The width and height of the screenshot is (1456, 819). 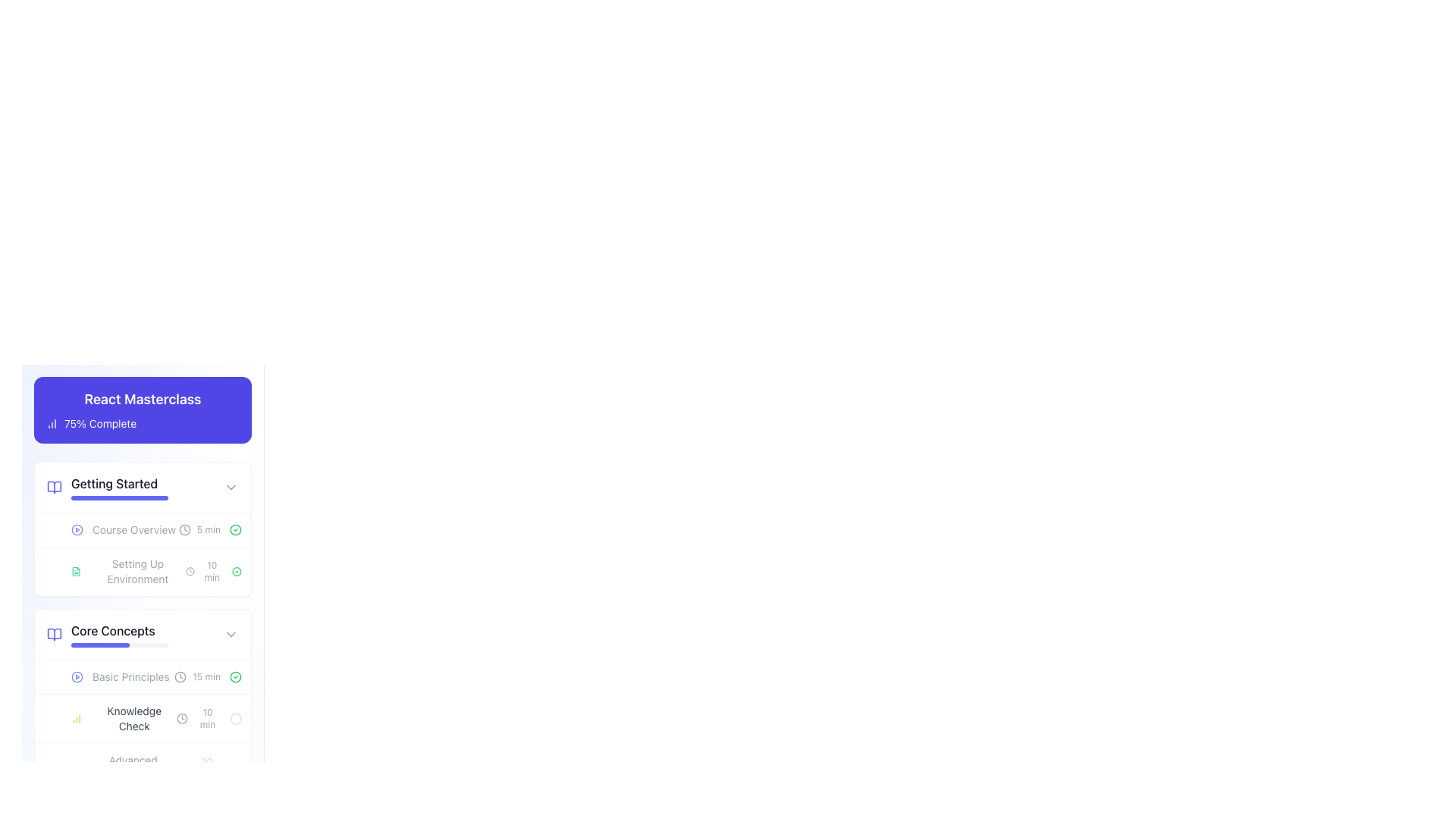 I want to click on the circular clock icon with a thin outline located in the 'Getting Started' section, to the left of the text '5 min', so click(x=184, y=529).